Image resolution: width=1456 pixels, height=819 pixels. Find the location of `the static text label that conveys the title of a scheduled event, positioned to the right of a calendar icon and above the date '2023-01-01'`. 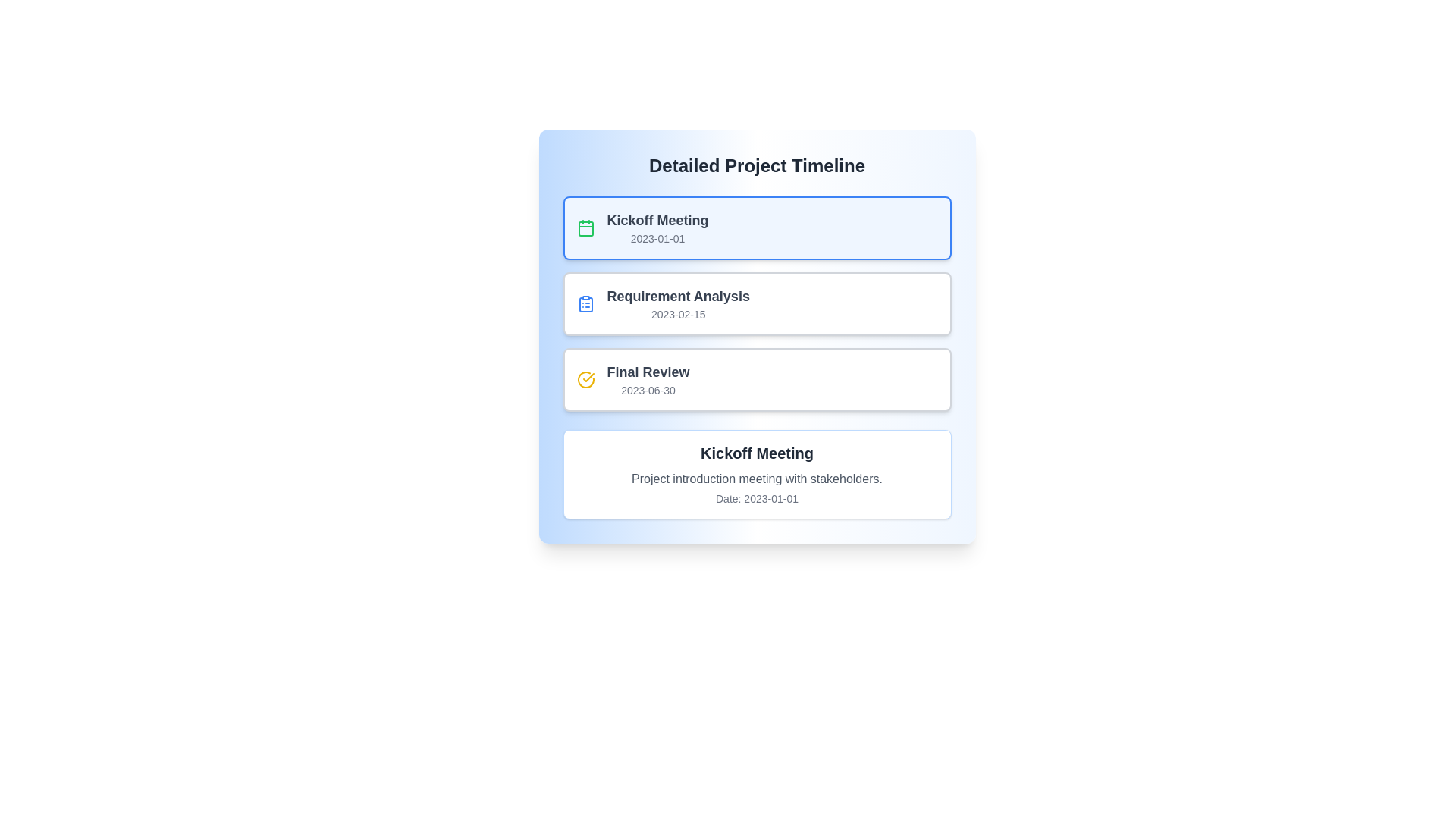

the static text label that conveys the title of a scheduled event, positioned to the right of a calendar icon and above the date '2023-01-01' is located at coordinates (657, 220).